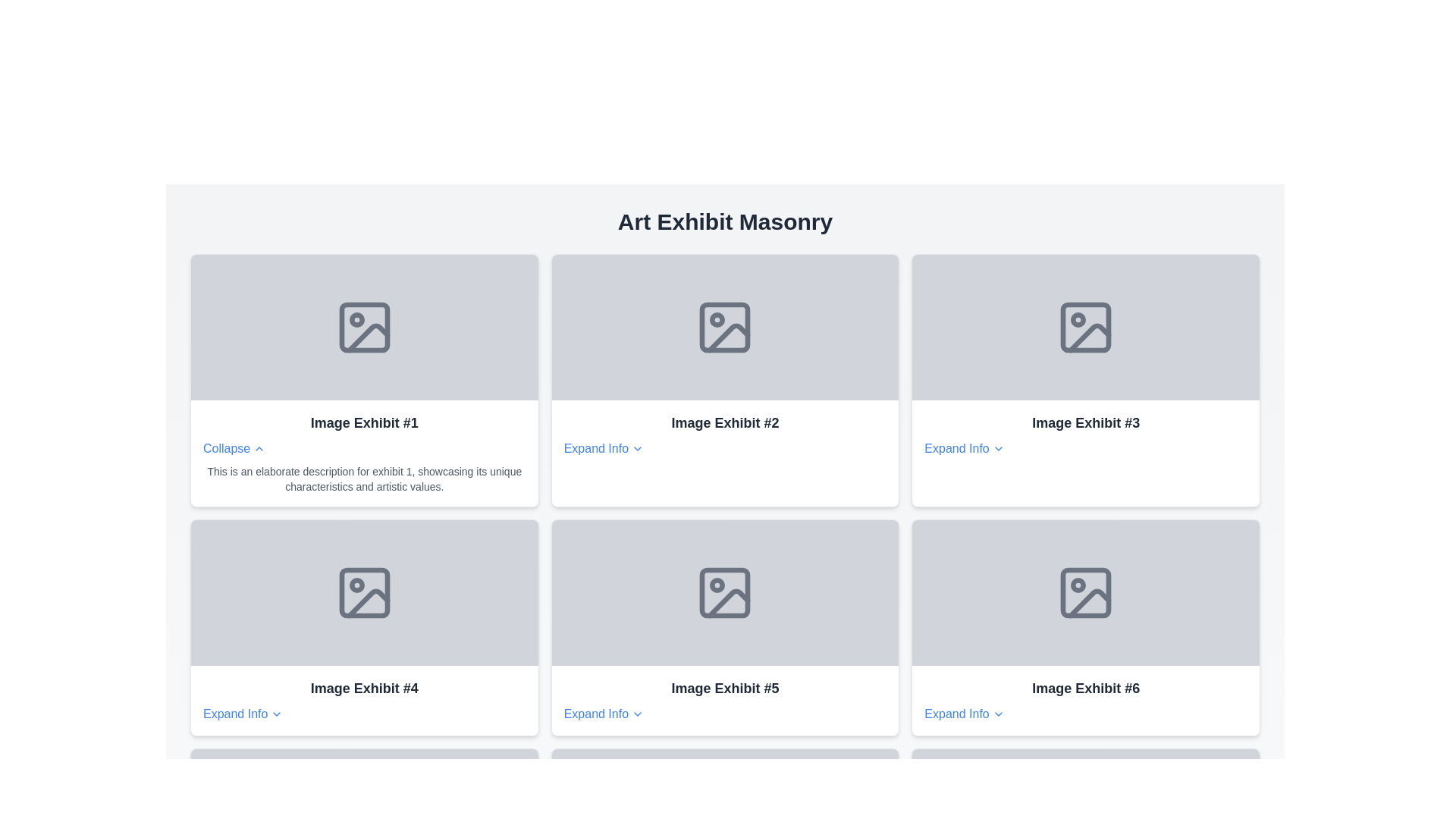  I want to click on the graphical component of the icon representing Image Exhibit #3, located in the top row, third column of the masonry-style exhibit section, so click(1085, 327).